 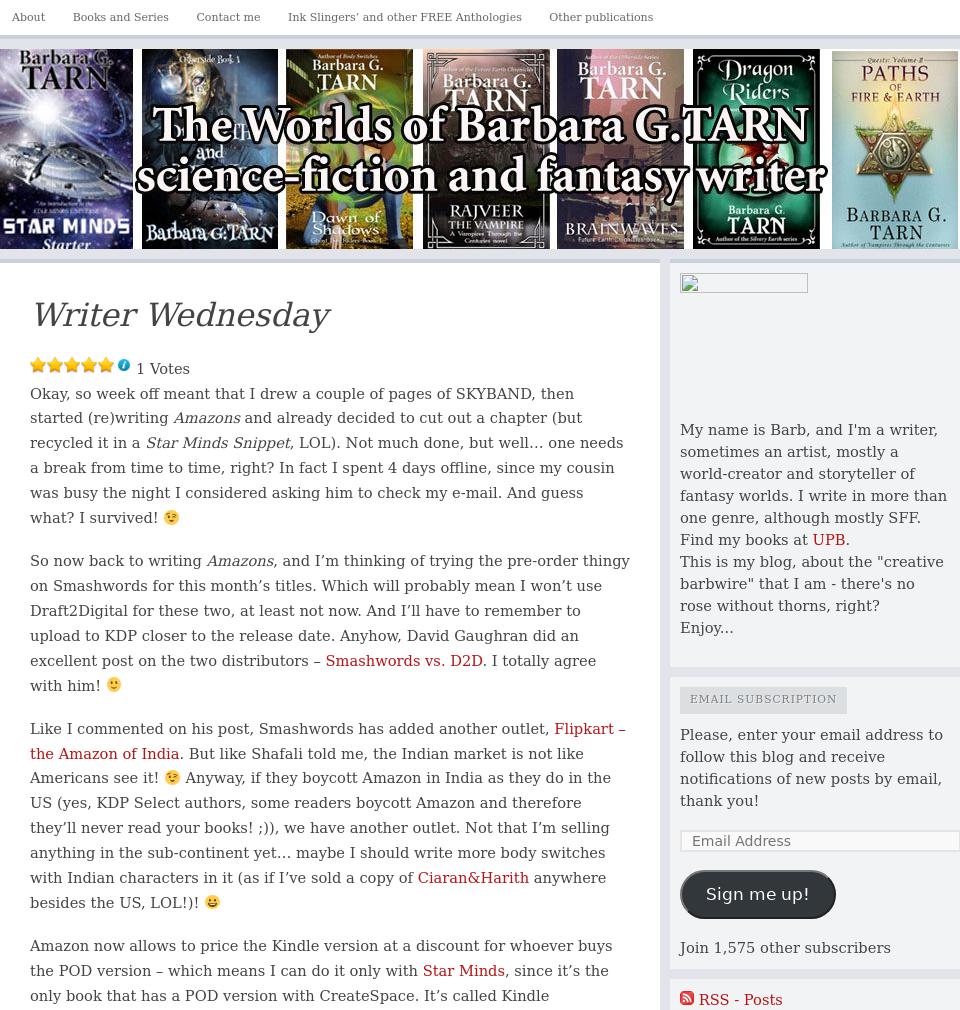 I want to click on 'UPB', so click(x=828, y=538).